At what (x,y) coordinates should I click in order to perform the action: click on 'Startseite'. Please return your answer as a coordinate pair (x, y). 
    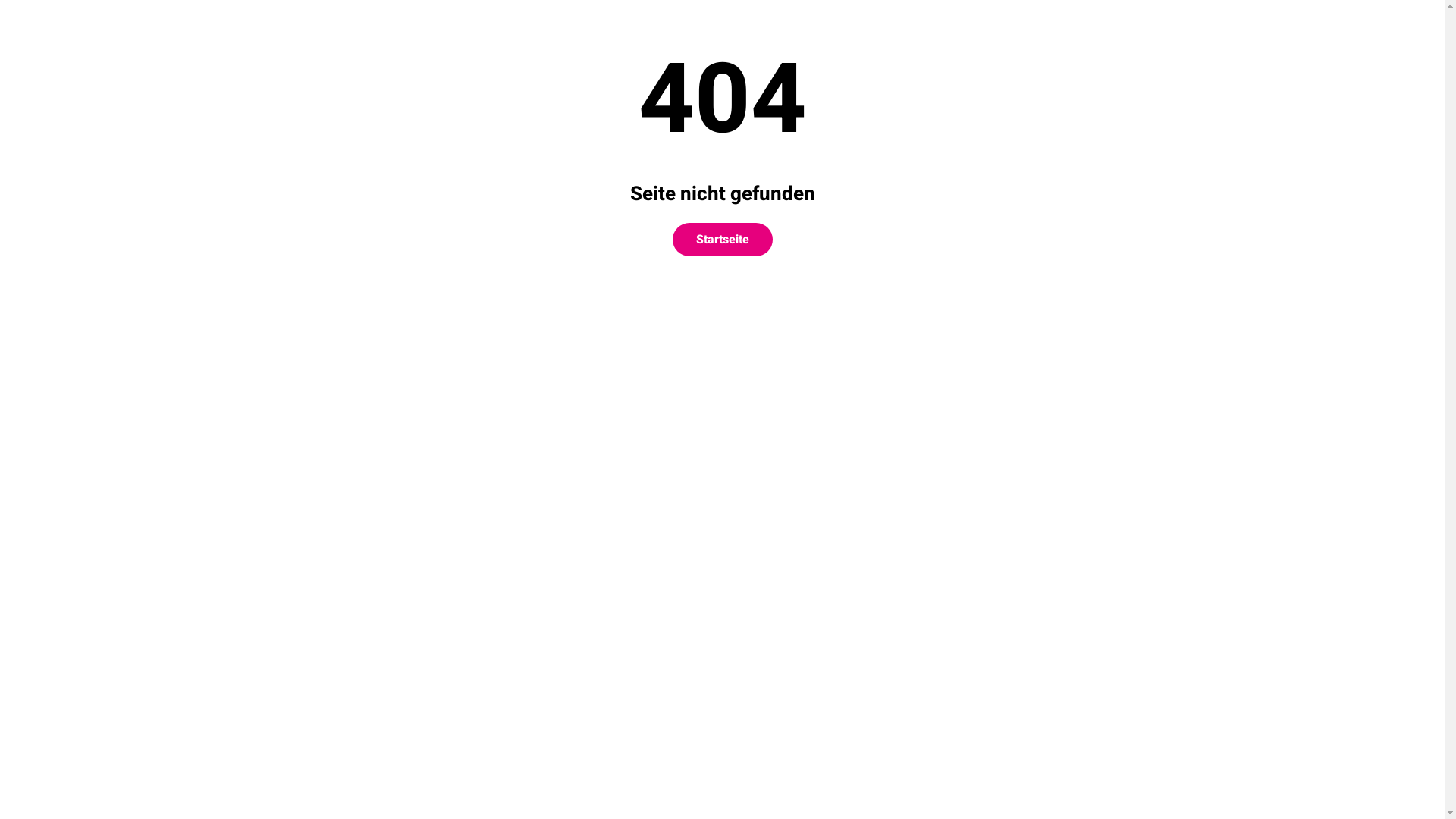
    Looking at the image, I should click on (720, 239).